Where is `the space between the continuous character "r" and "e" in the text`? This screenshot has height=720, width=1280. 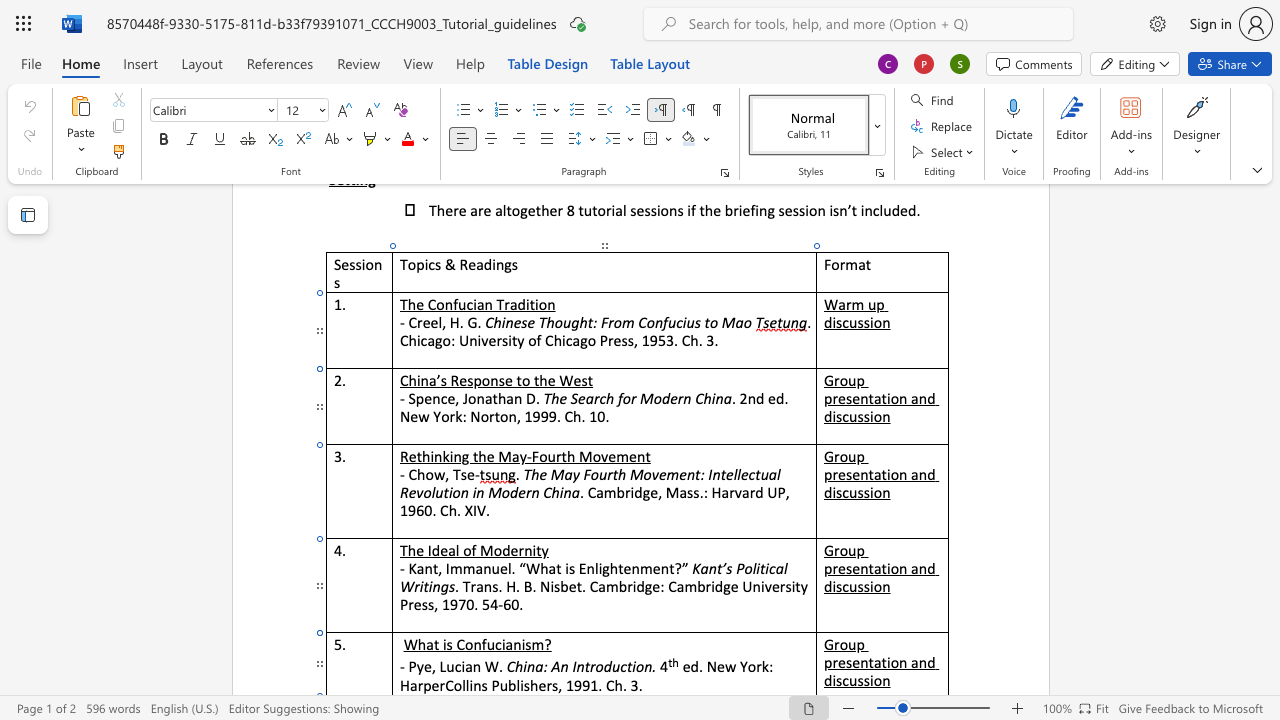 the space between the continuous character "r" and "e" in the text is located at coordinates (838, 662).